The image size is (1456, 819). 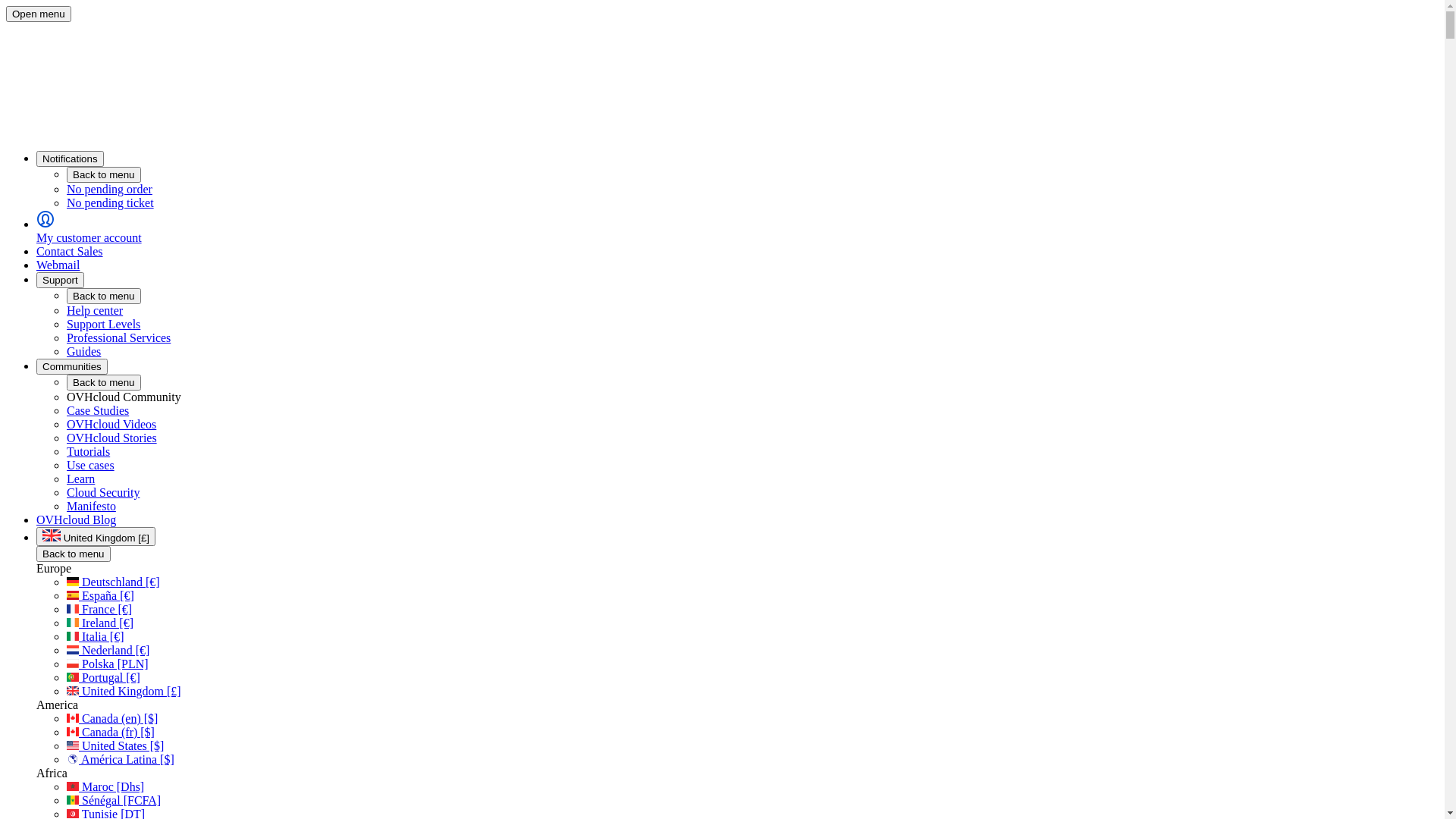 I want to click on 'No pending order', so click(x=65, y=189).